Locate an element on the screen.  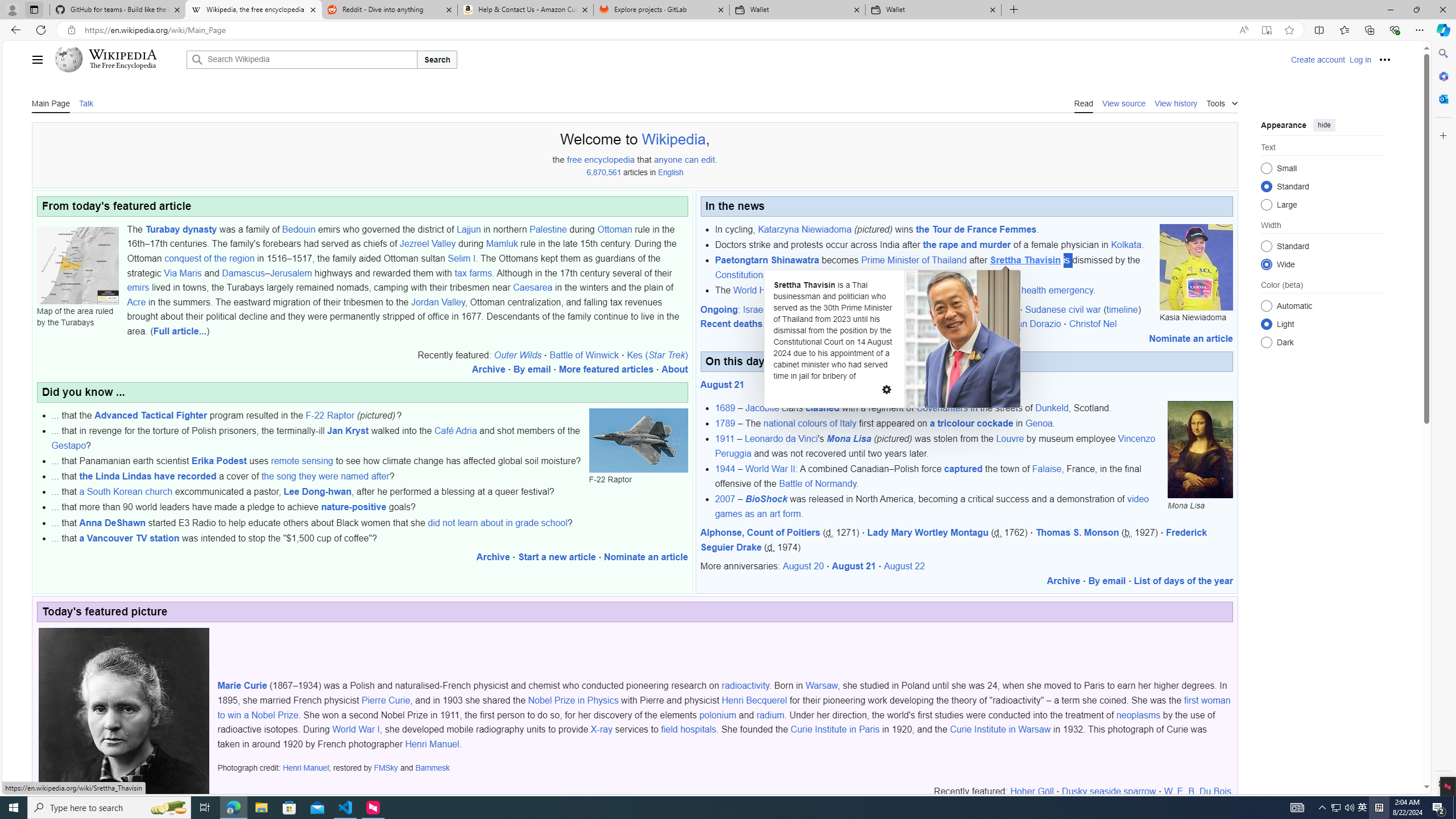
'Lady Mary Wortley Montagu' is located at coordinates (927, 532).